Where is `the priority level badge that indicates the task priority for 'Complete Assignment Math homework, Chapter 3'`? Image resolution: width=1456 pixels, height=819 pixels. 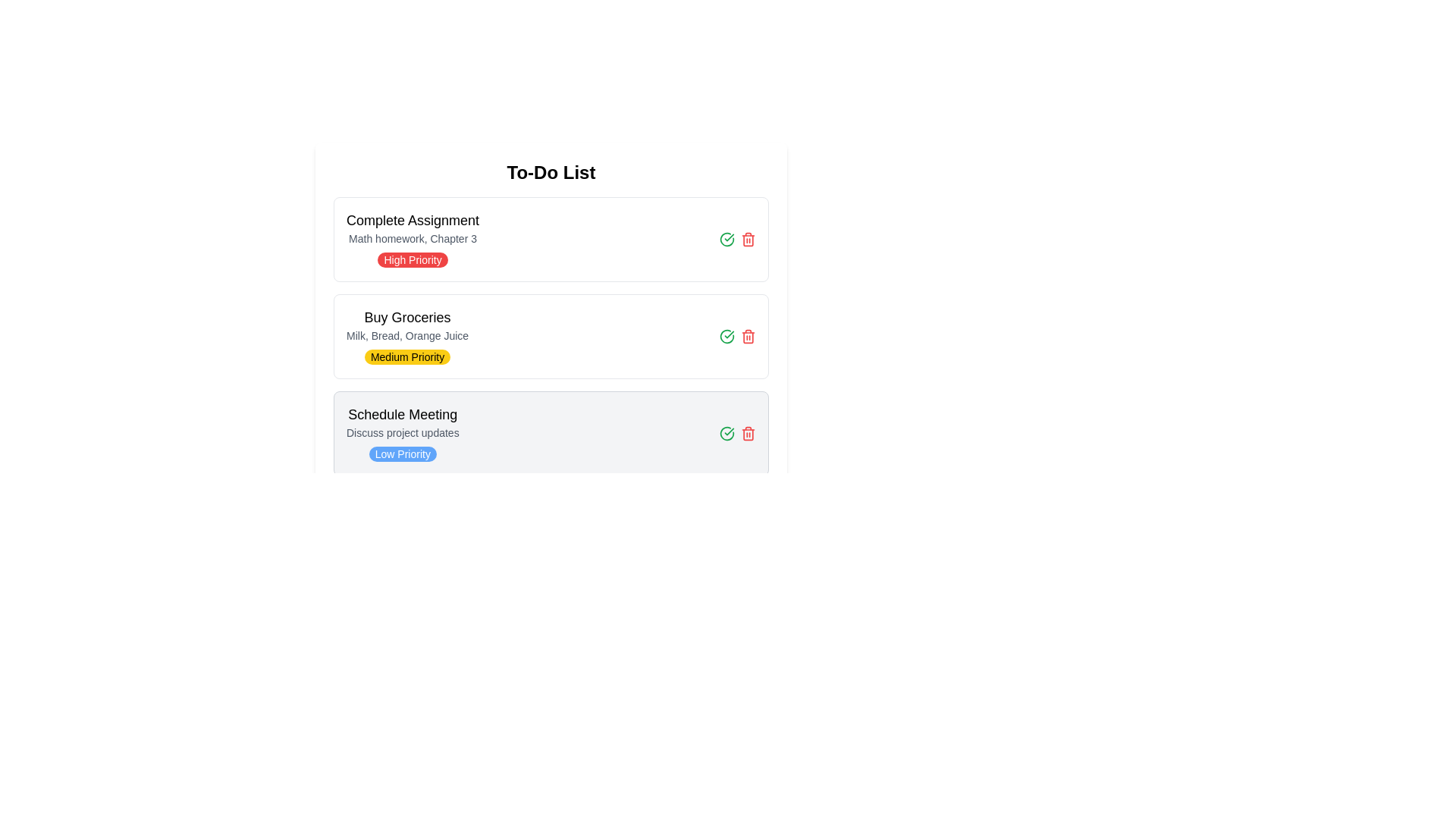 the priority level badge that indicates the task priority for 'Complete Assignment Math homework, Chapter 3' is located at coordinates (413, 259).